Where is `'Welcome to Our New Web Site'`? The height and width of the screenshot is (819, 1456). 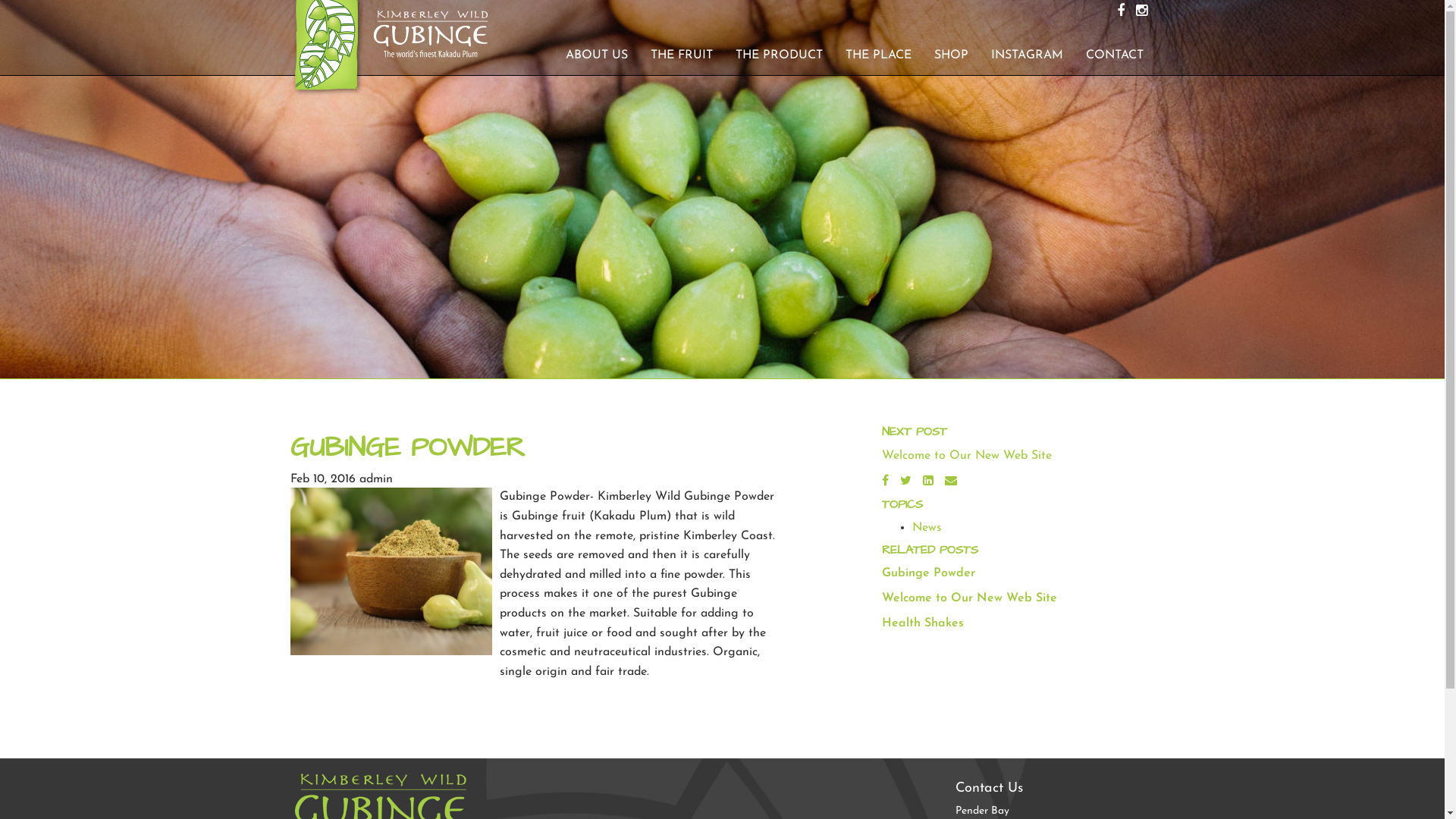
'Welcome to Our New Web Site' is located at coordinates (965, 455).